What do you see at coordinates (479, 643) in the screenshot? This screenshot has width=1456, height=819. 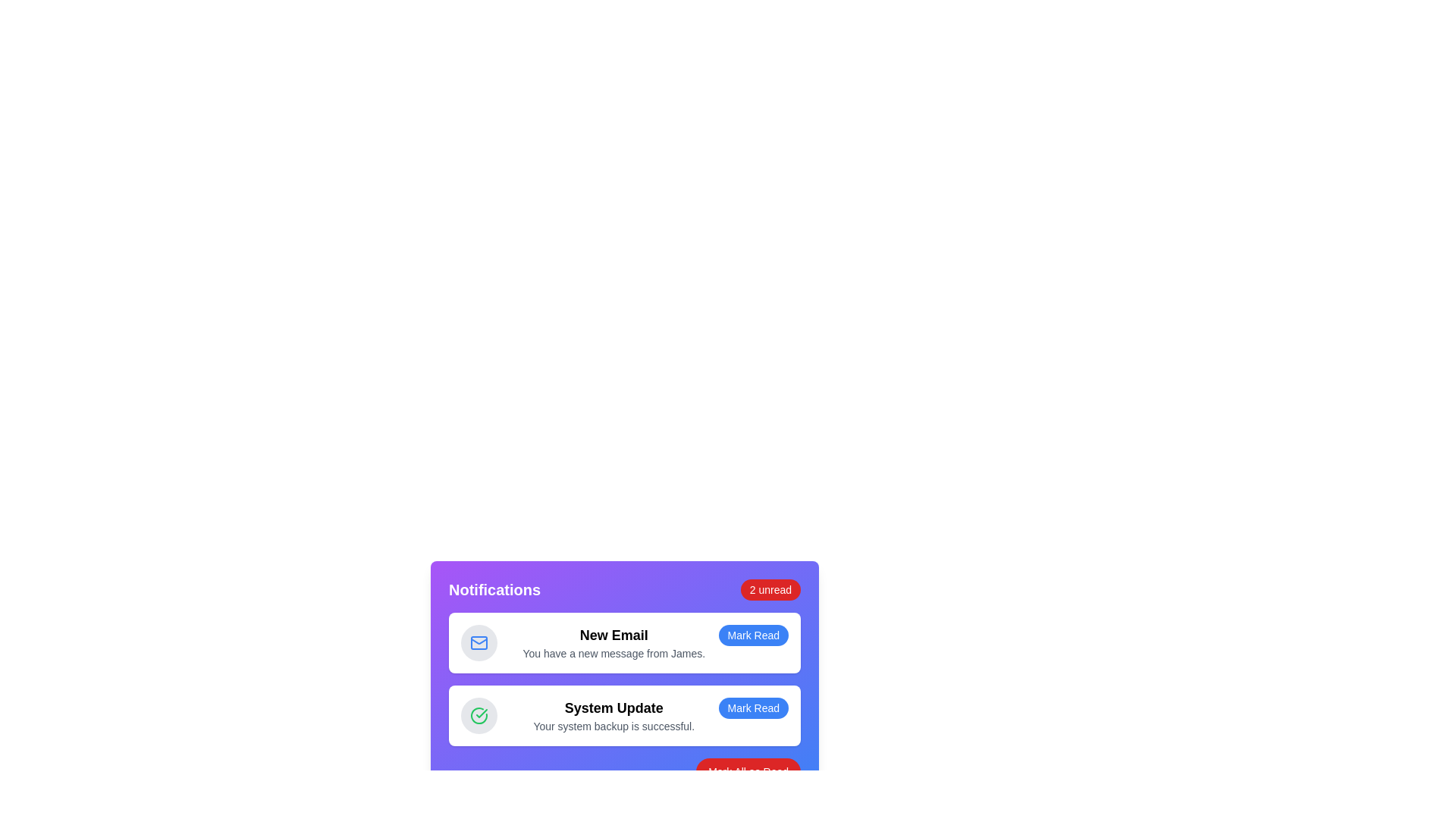 I see `the minimalist blue email icon within the gray circular background in the 'New Email' notification block, located to the left of the text 'New Email'` at bounding box center [479, 643].